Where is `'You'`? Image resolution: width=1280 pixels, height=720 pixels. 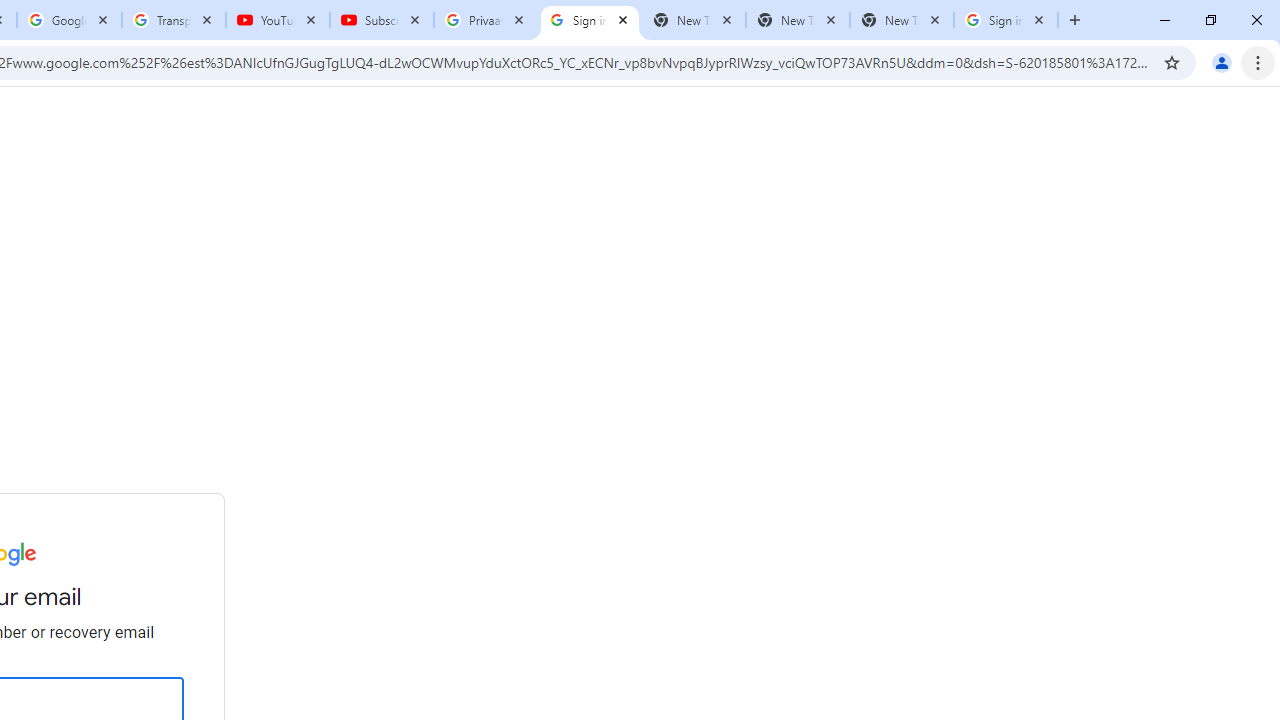
'You' is located at coordinates (1220, 61).